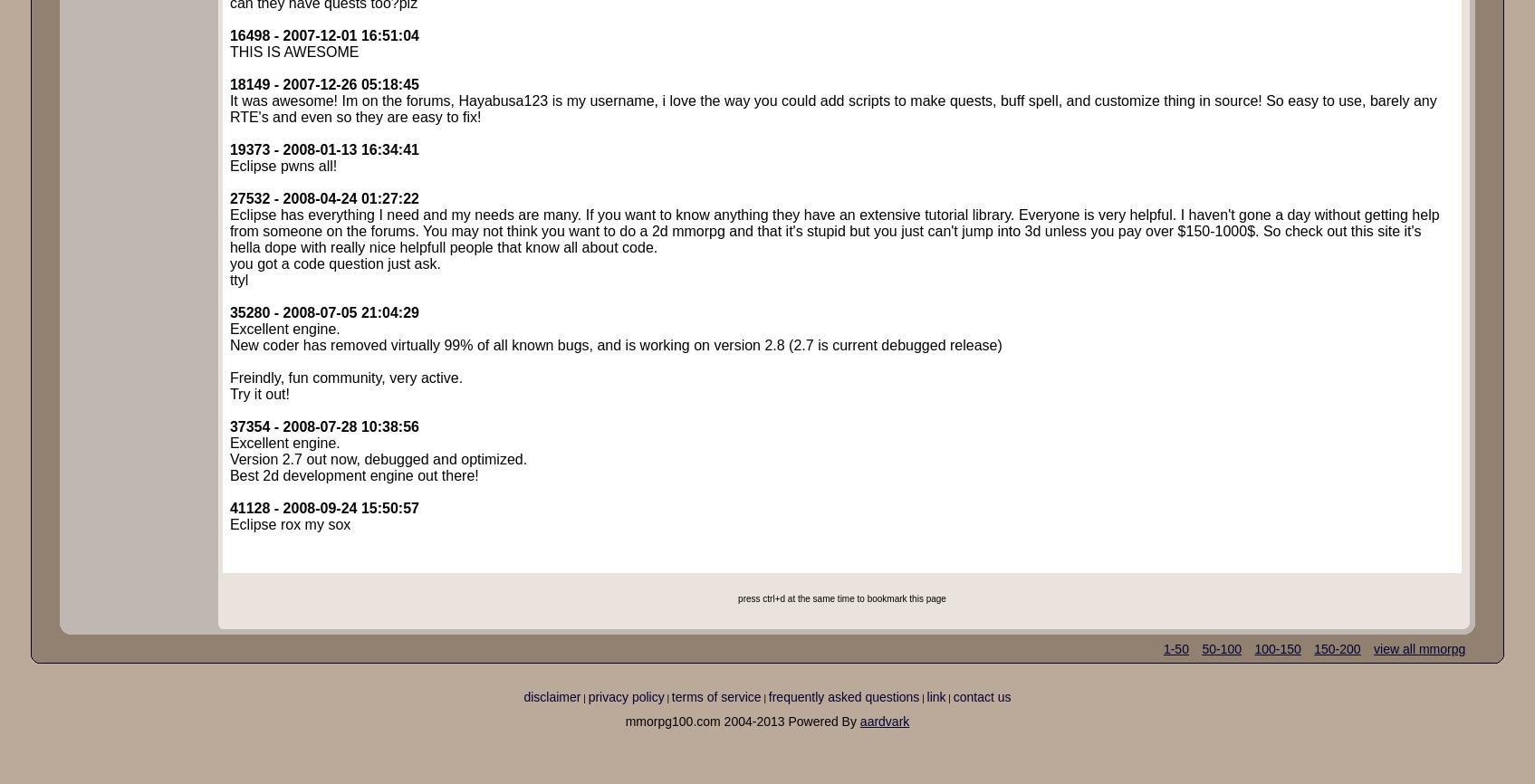 This screenshot has height=784, width=1535. I want to click on '27532 - 2008-04-24 01:27:22', so click(322, 197).